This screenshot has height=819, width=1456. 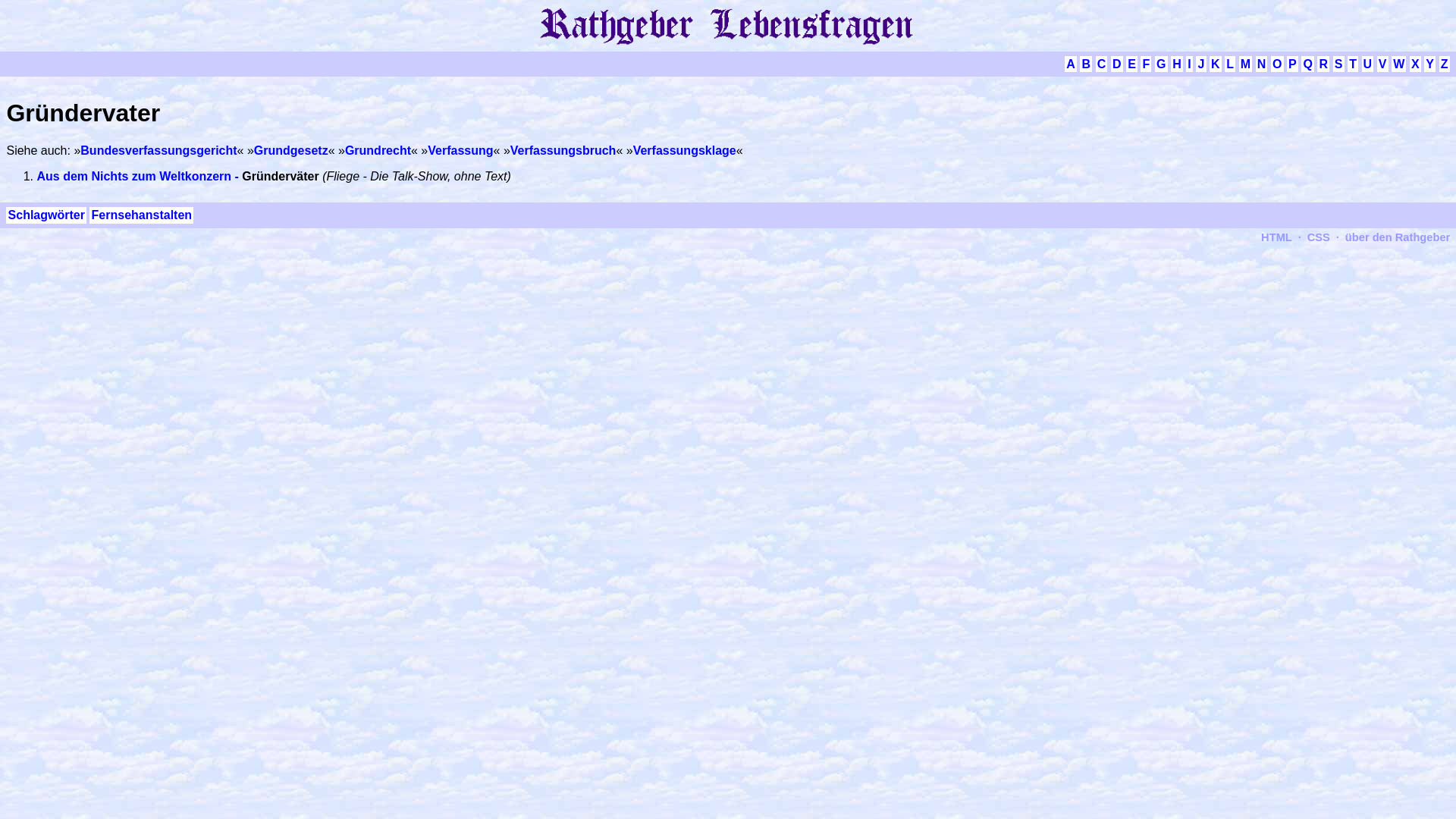 What do you see at coordinates (1414, 63) in the screenshot?
I see `'X'` at bounding box center [1414, 63].